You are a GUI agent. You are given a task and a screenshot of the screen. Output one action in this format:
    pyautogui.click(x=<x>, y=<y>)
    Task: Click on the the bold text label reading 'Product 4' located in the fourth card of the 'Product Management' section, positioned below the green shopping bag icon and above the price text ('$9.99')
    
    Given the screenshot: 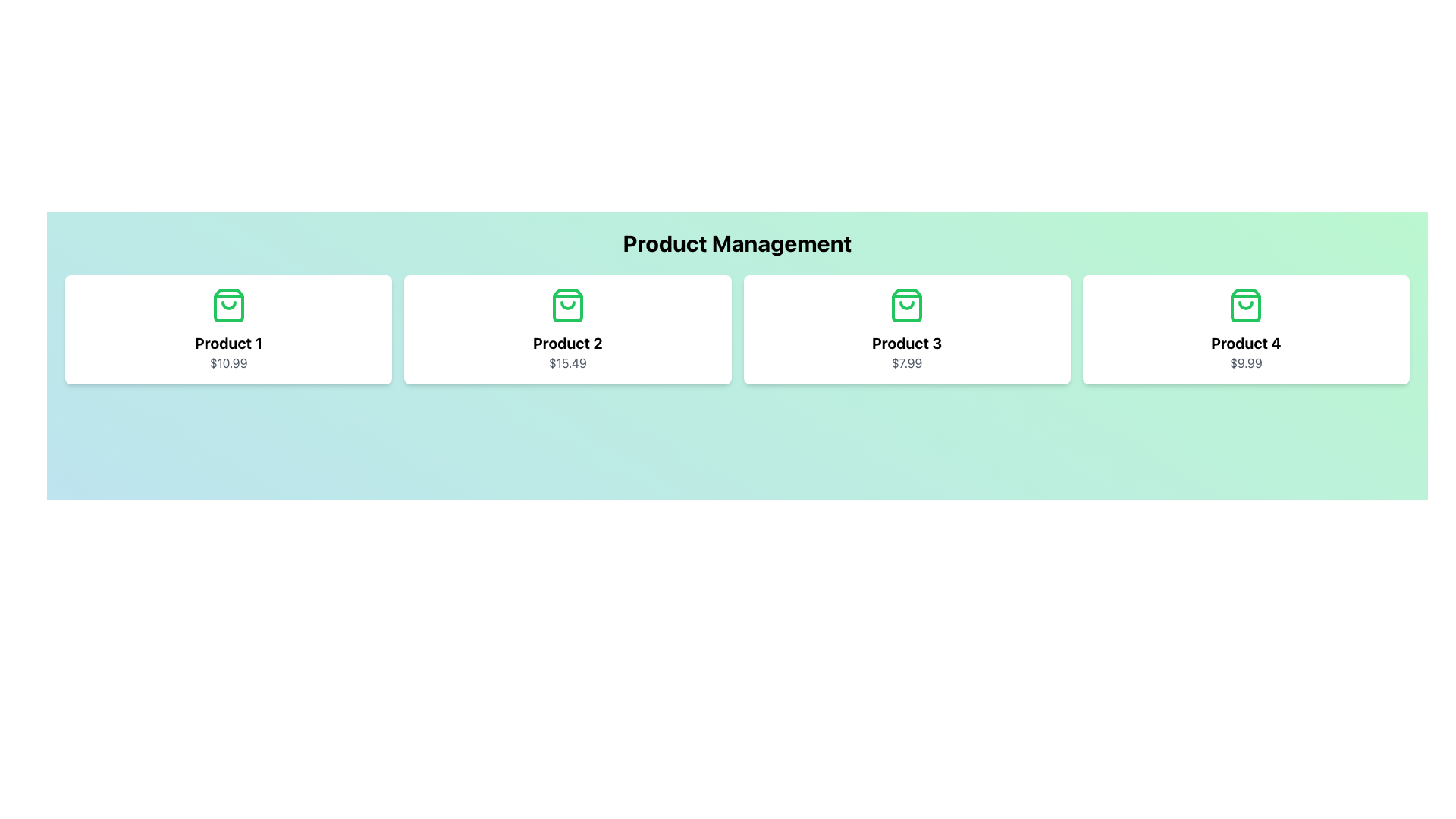 What is the action you would take?
    pyautogui.click(x=1246, y=343)
    